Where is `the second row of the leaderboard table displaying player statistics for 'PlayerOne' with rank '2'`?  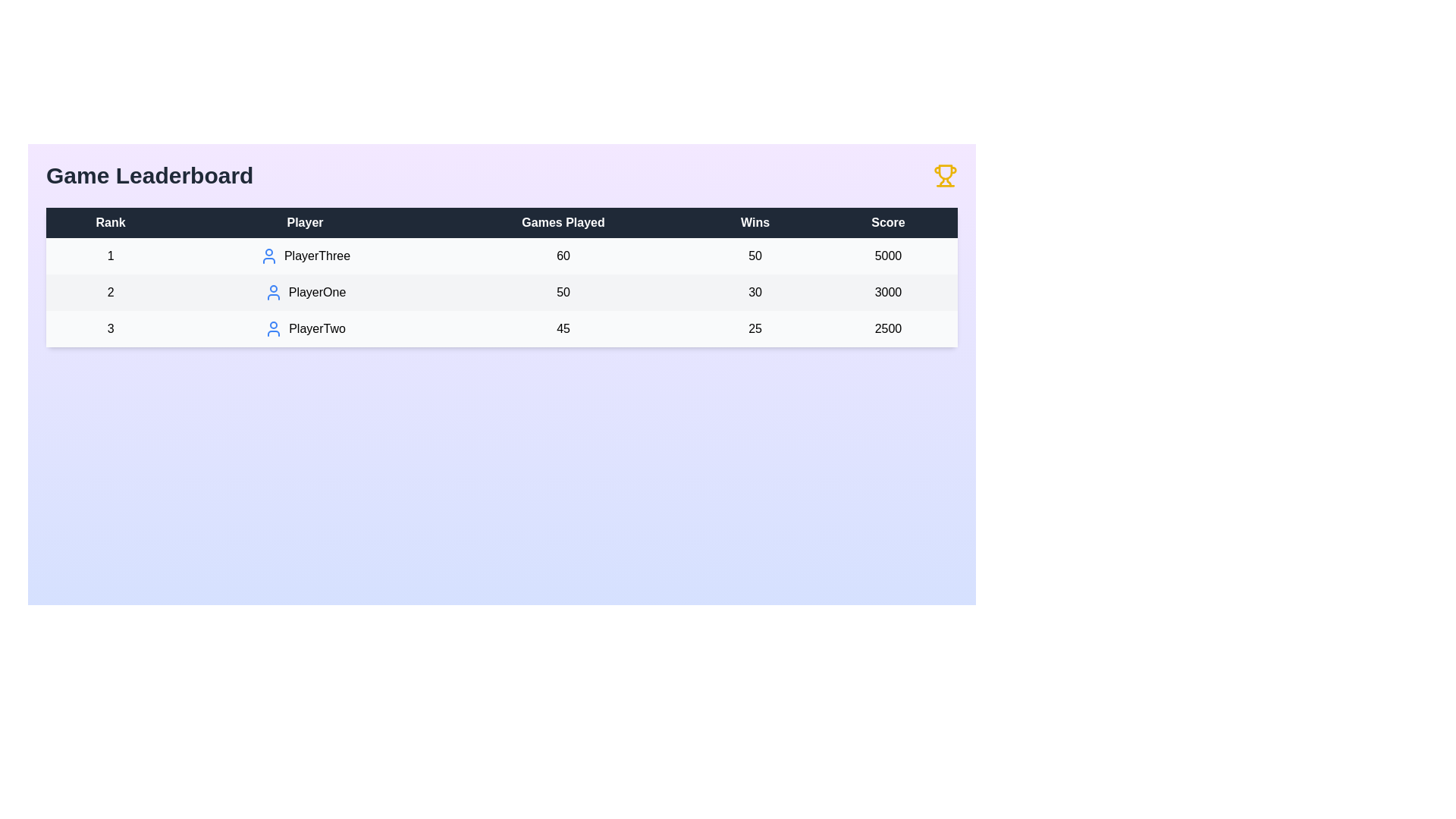 the second row of the leaderboard table displaying player statistics for 'PlayerOne' with rank '2' is located at coordinates (502, 292).